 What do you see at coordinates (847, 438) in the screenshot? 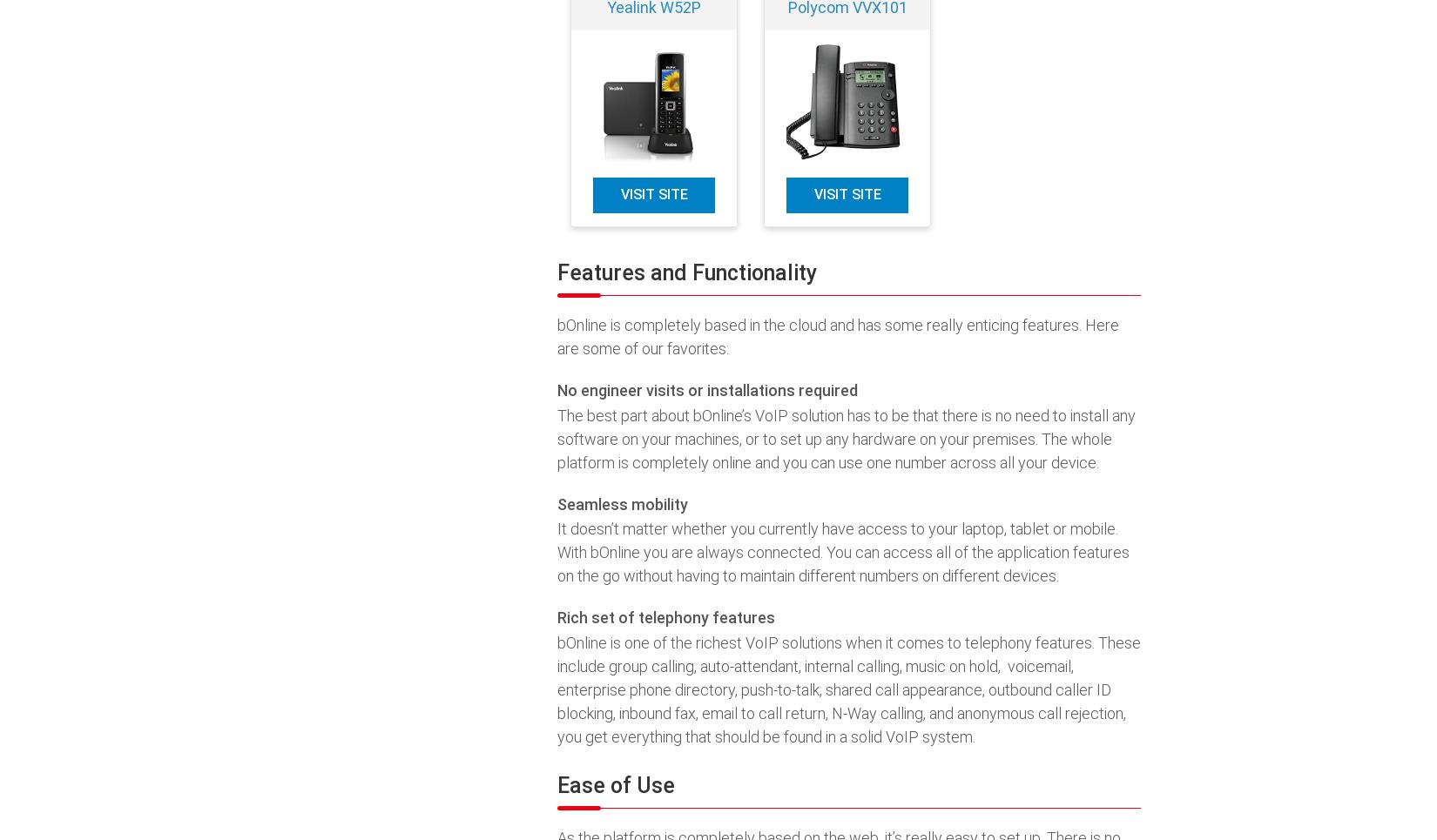
I see `'The best part about bOnline’s VoIP solution has to be that there is no need to install any software on your machines, or to set up any hardware on your premises. The whole platform is completely online and you can use one number across all your device.'` at bounding box center [847, 438].